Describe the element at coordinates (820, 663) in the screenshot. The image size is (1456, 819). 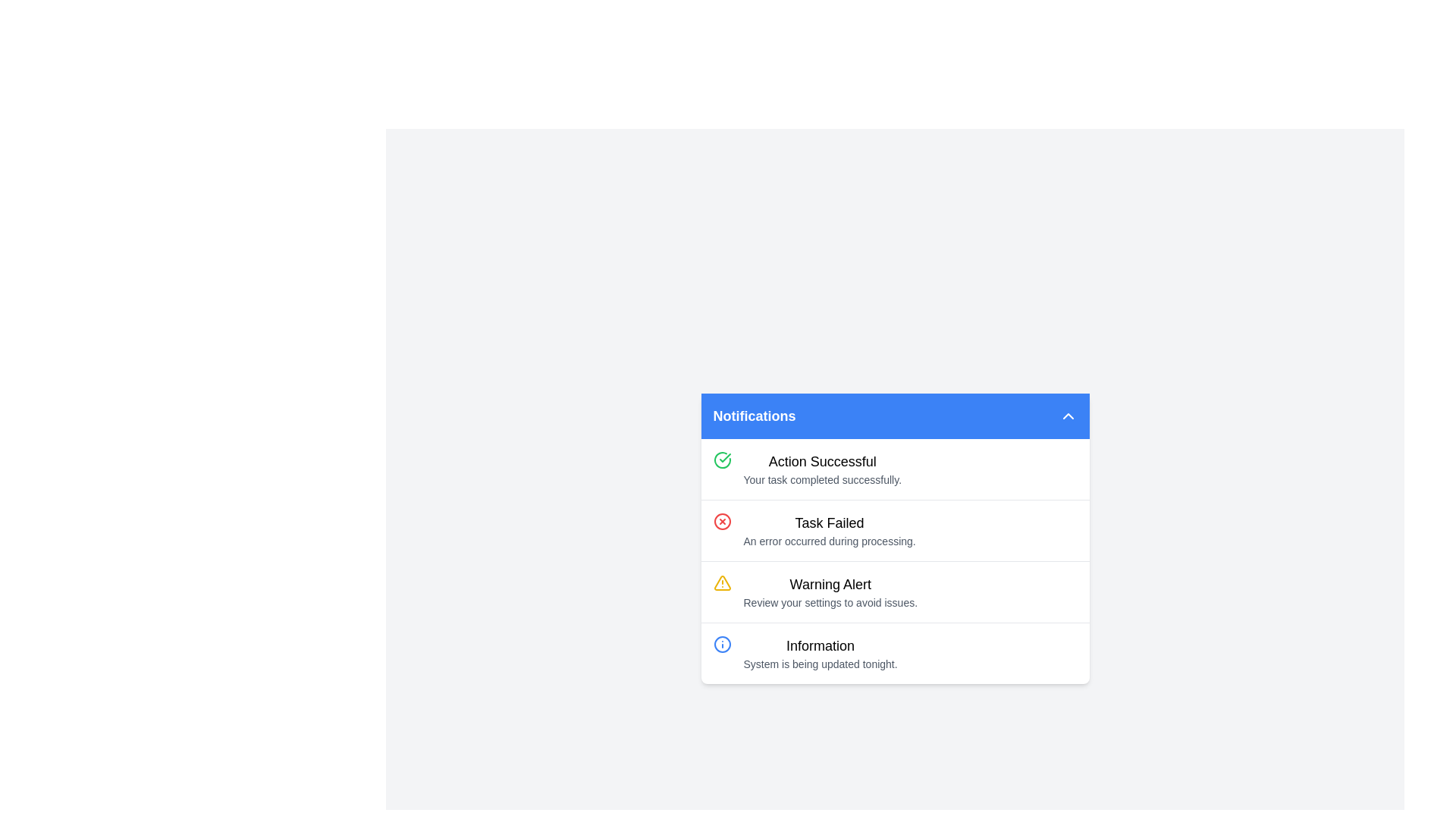
I see `the text label displaying 'System is being updated tonight.' within the notification panel under the title 'Information.'` at that location.